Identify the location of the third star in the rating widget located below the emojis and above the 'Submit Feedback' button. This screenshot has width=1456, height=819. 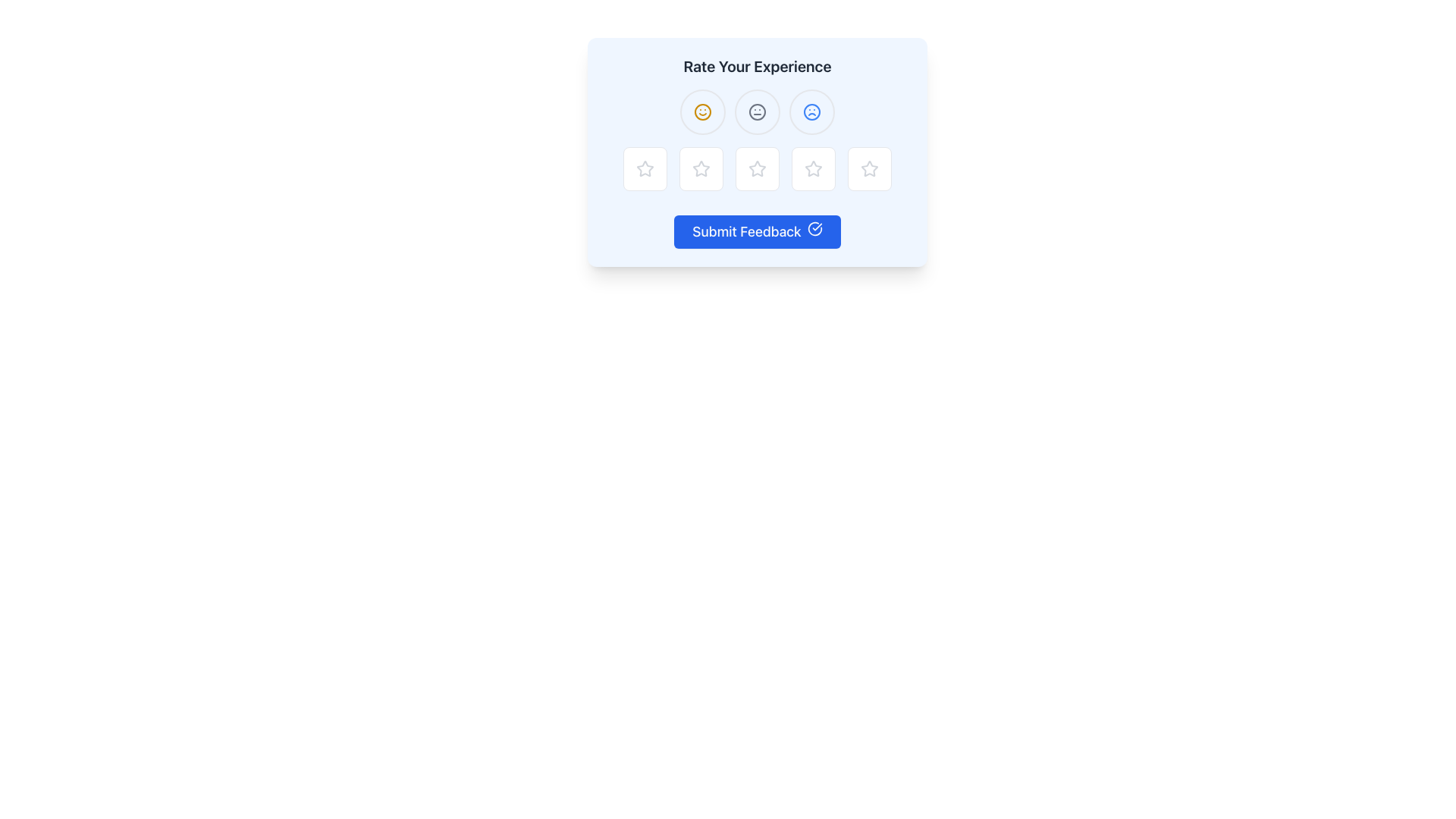
(757, 169).